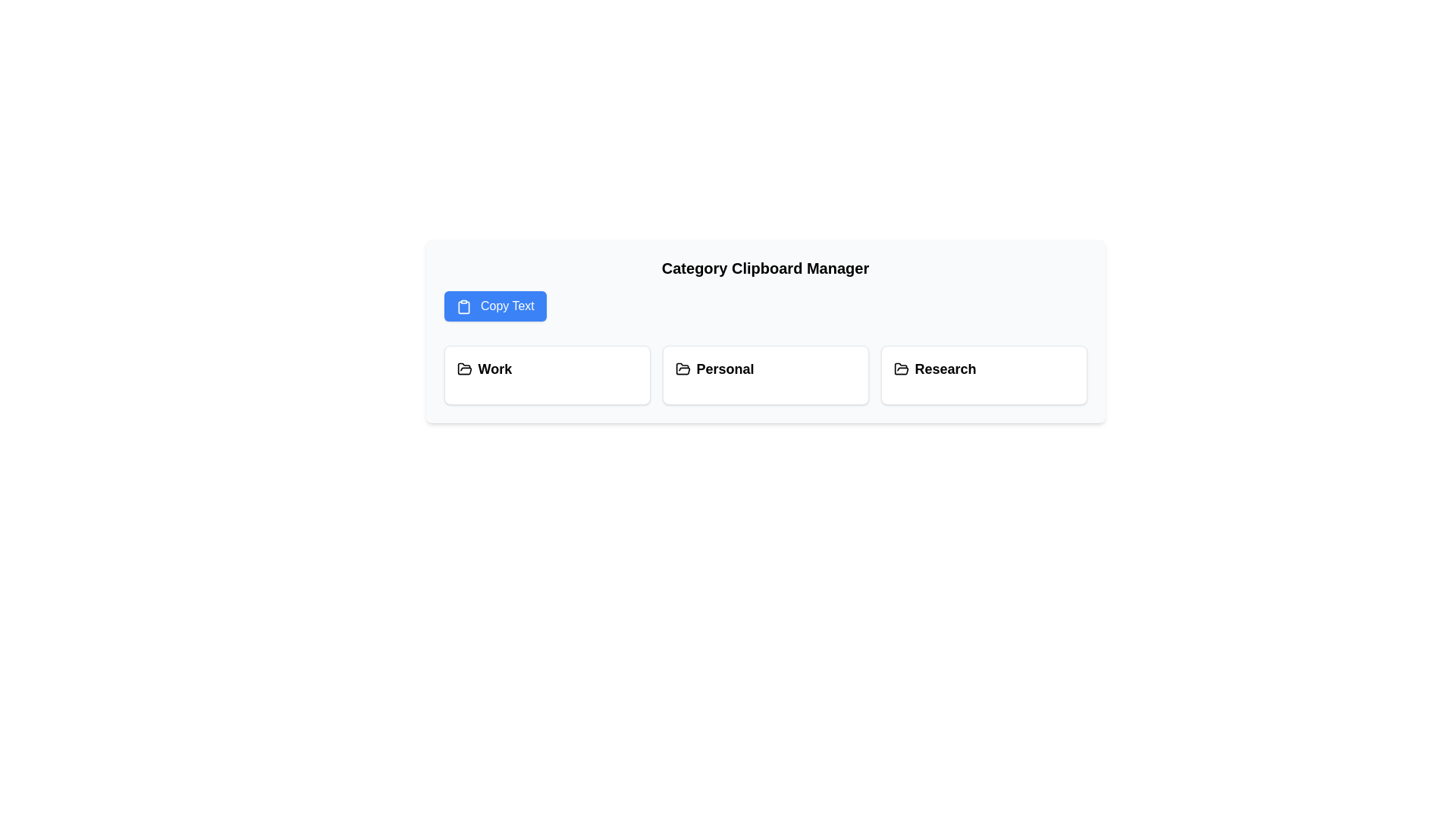  I want to click on the copy action button located at the top-left of its section, so click(495, 306).